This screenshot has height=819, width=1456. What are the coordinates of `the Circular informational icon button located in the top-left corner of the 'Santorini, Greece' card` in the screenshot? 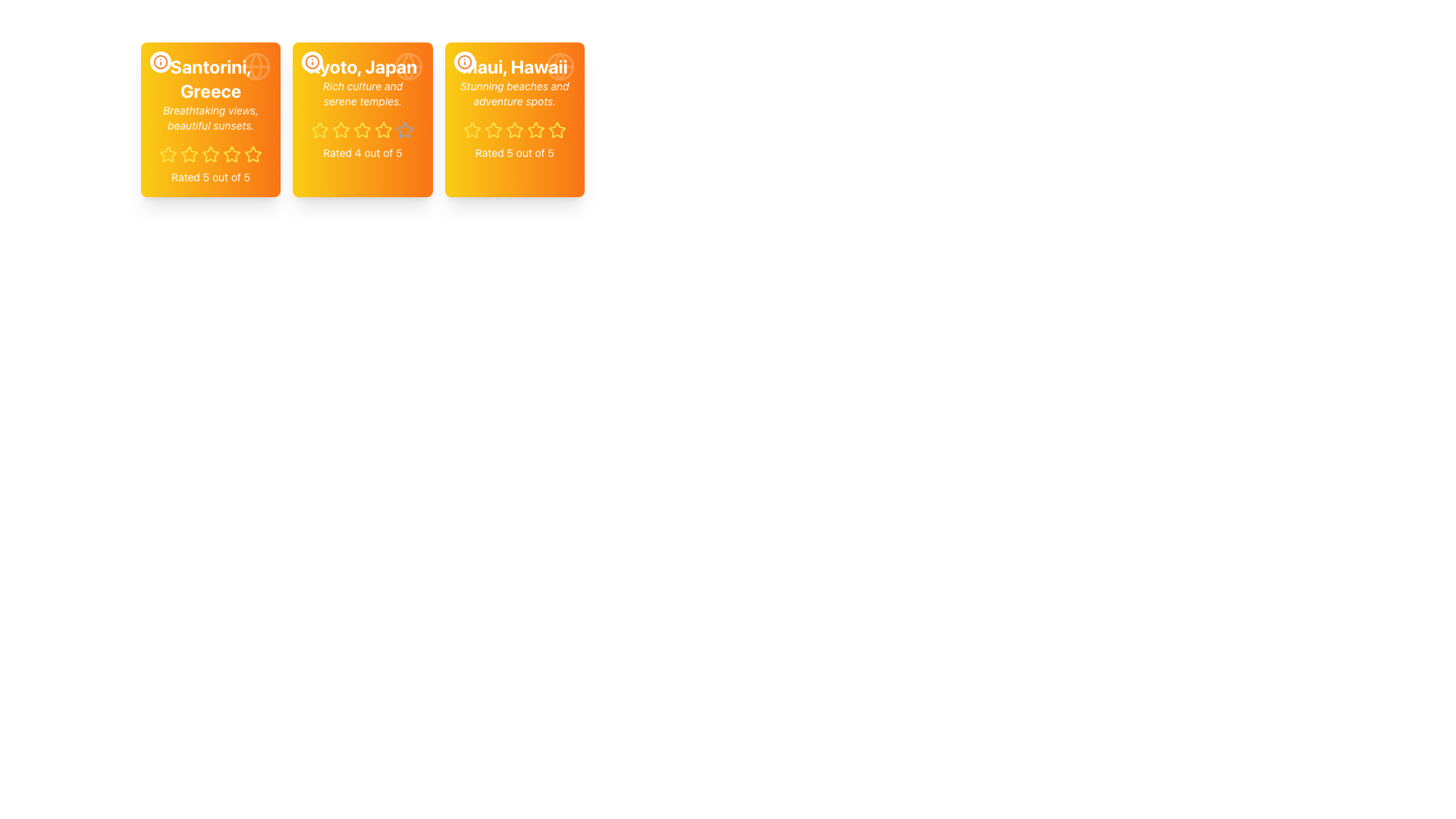 It's located at (160, 61).